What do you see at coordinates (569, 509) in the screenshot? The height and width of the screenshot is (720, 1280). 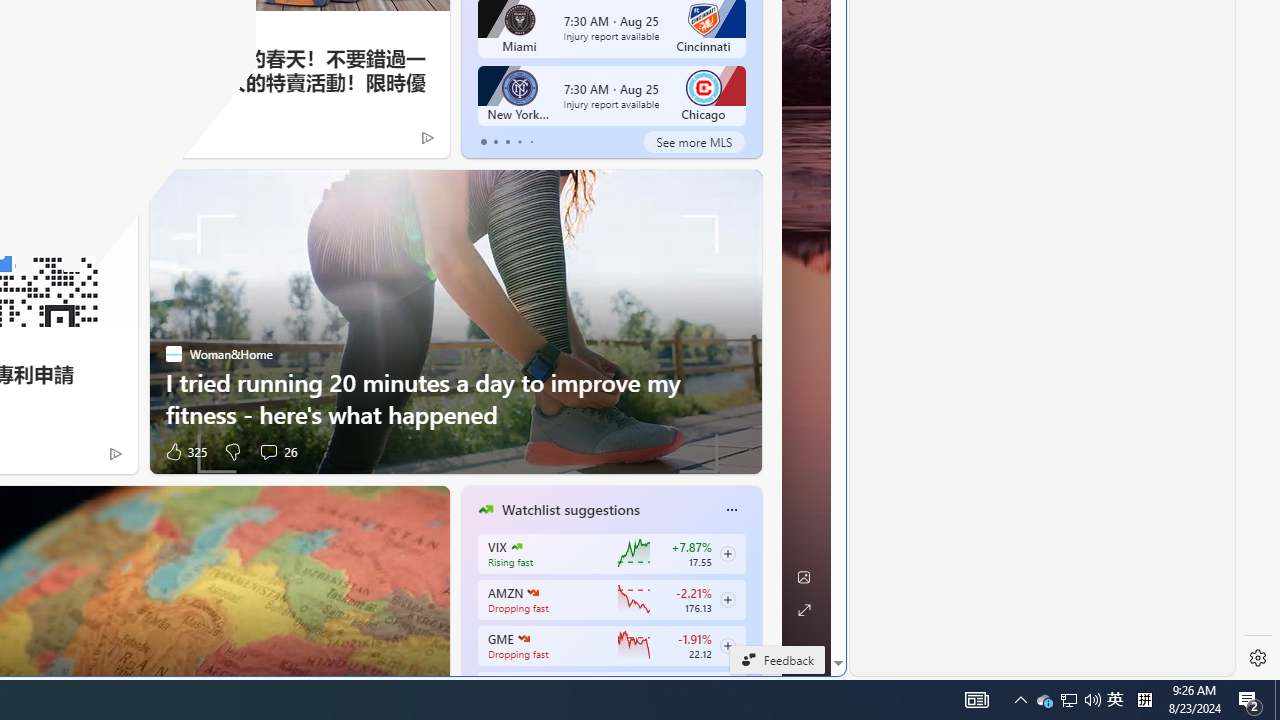 I see `'Watchlist suggestions'` at bounding box center [569, 509].